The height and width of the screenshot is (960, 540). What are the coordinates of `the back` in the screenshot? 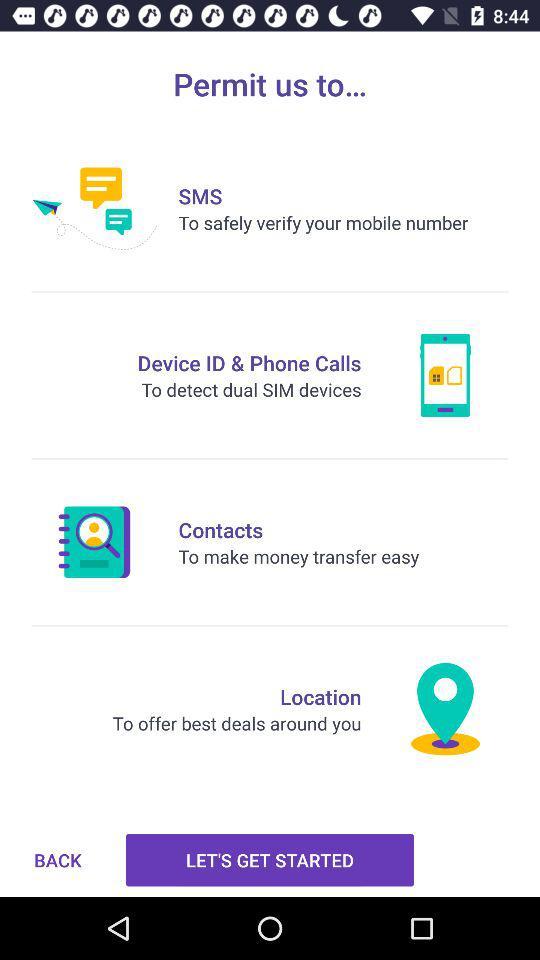 It's located at (57, 859).